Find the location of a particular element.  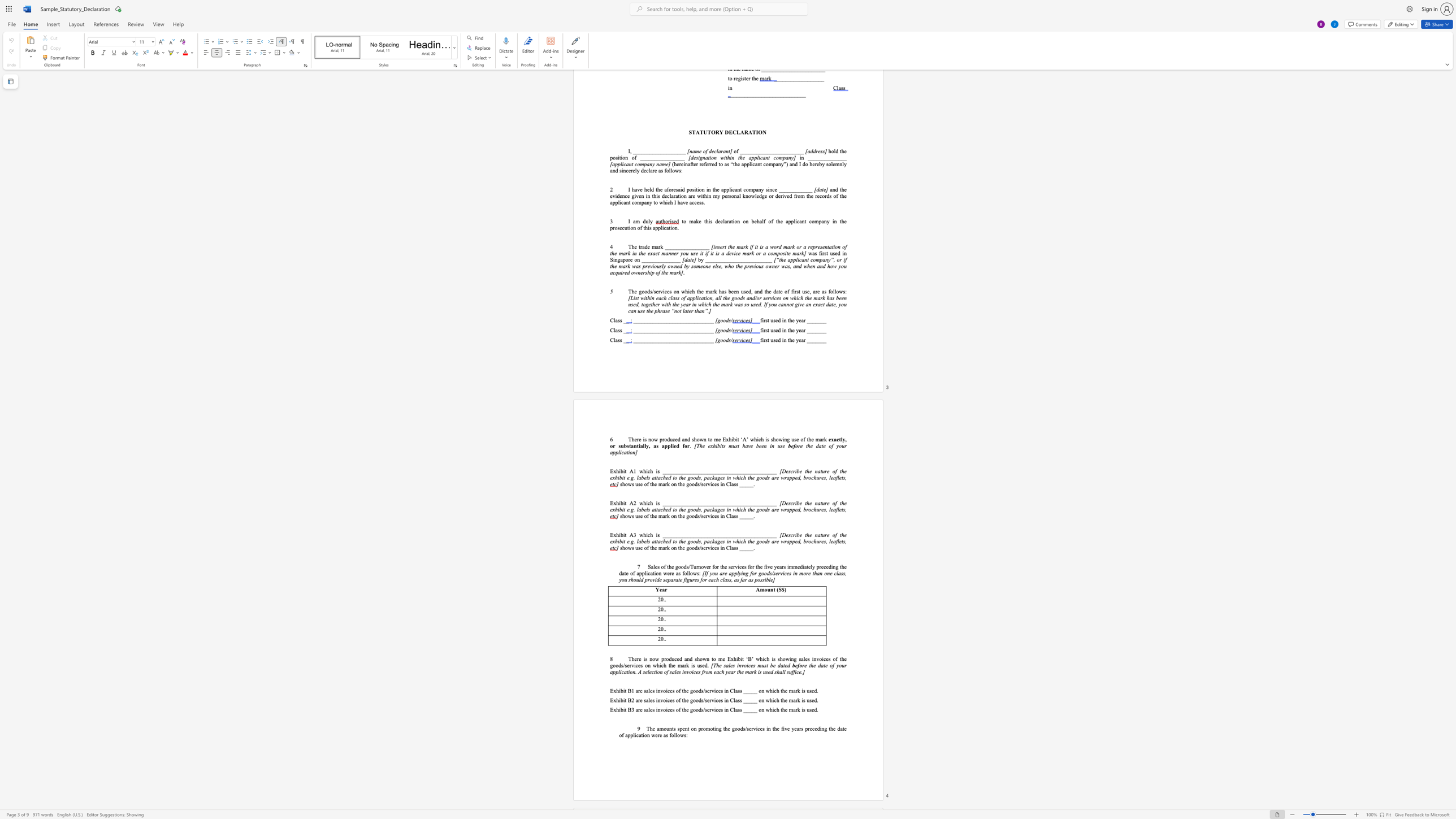

the subset text "ust" within the text "[The sales invoices must be dated" is located at coordinates (761, 665).